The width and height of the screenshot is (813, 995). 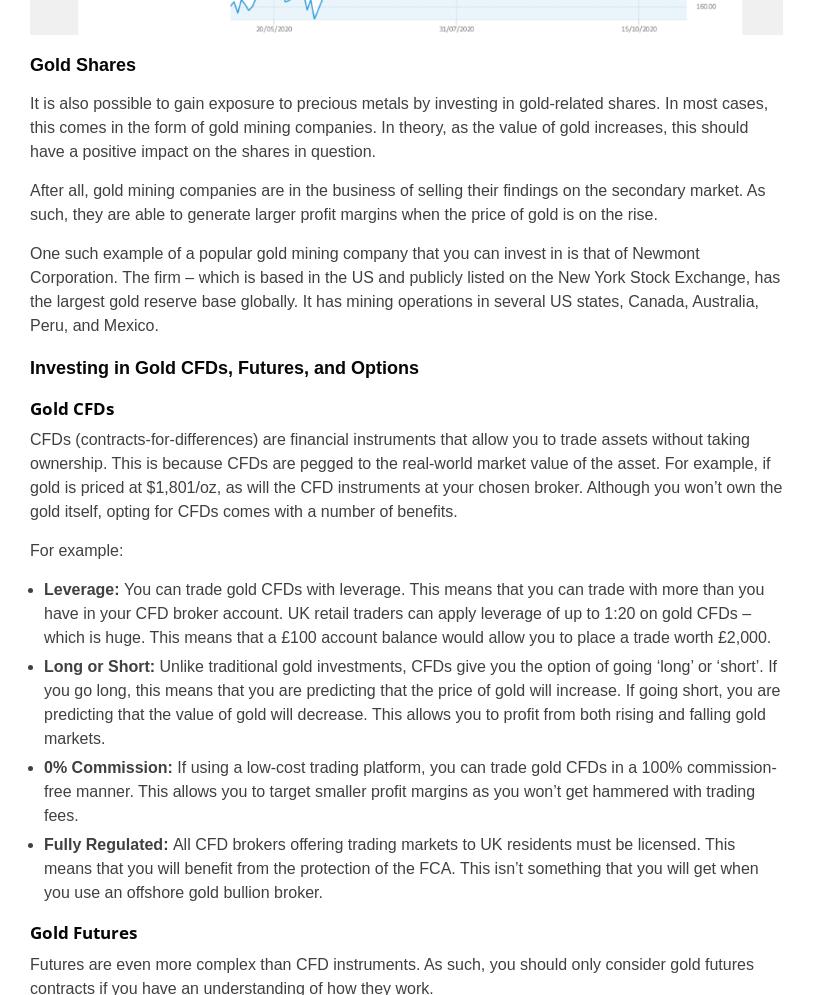 What do you see at coordinates (409, 791) in the screenshot?
I see `'If using a low-cost trading platform, you can trade gold CFDs in a 100% commission-free manner. This allows you to target smaller profit margins as you won’t get hammered with trading fees.'` at bounding box center [409, 791].